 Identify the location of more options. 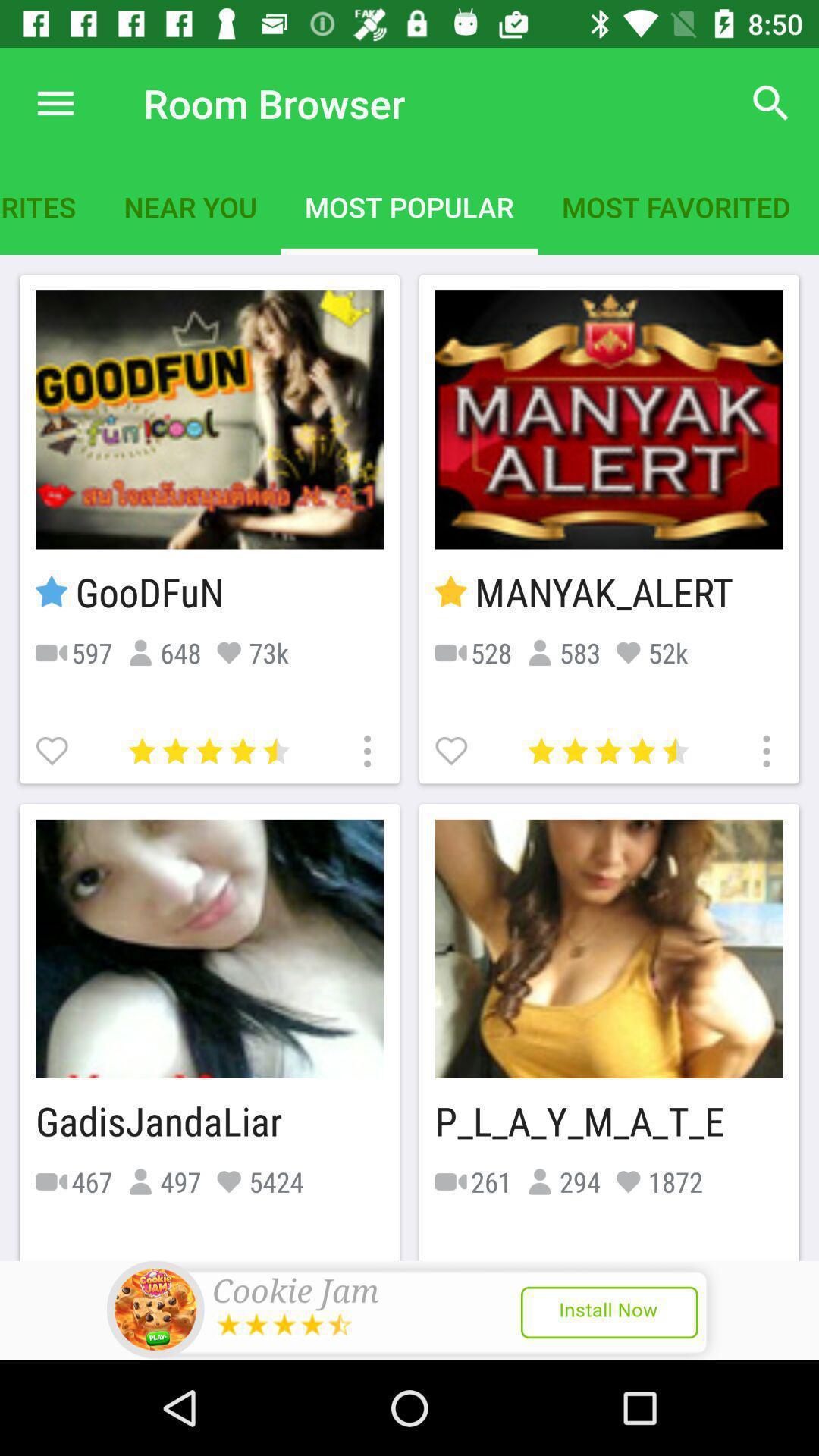
(764, 749).